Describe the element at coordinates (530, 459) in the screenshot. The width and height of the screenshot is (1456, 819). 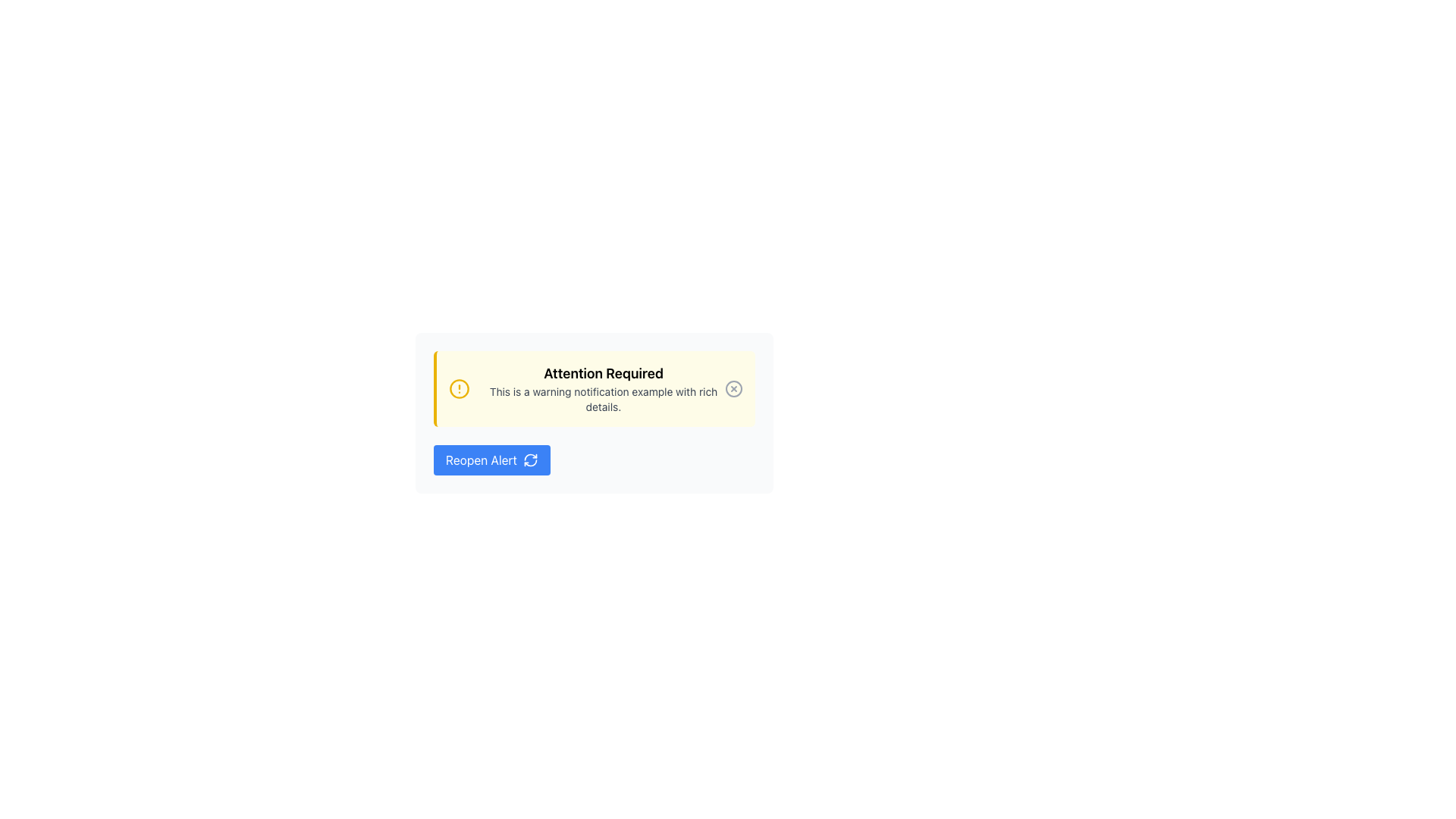
I see `the circular arrow icon located inside the blue 'Reopen Alert' button at the bottom of the notification card` at that location.